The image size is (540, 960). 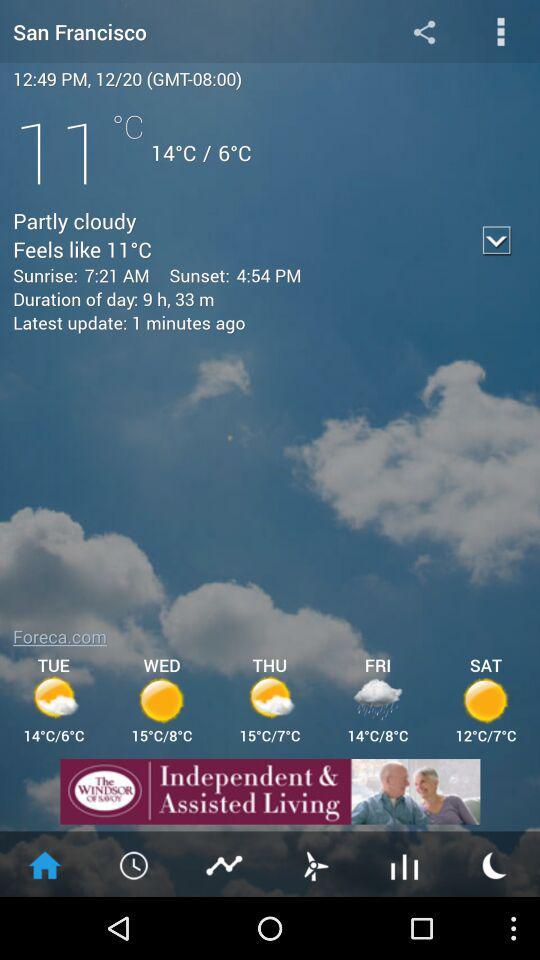 I want to click on the weather icon, so click(x=314, y=925).